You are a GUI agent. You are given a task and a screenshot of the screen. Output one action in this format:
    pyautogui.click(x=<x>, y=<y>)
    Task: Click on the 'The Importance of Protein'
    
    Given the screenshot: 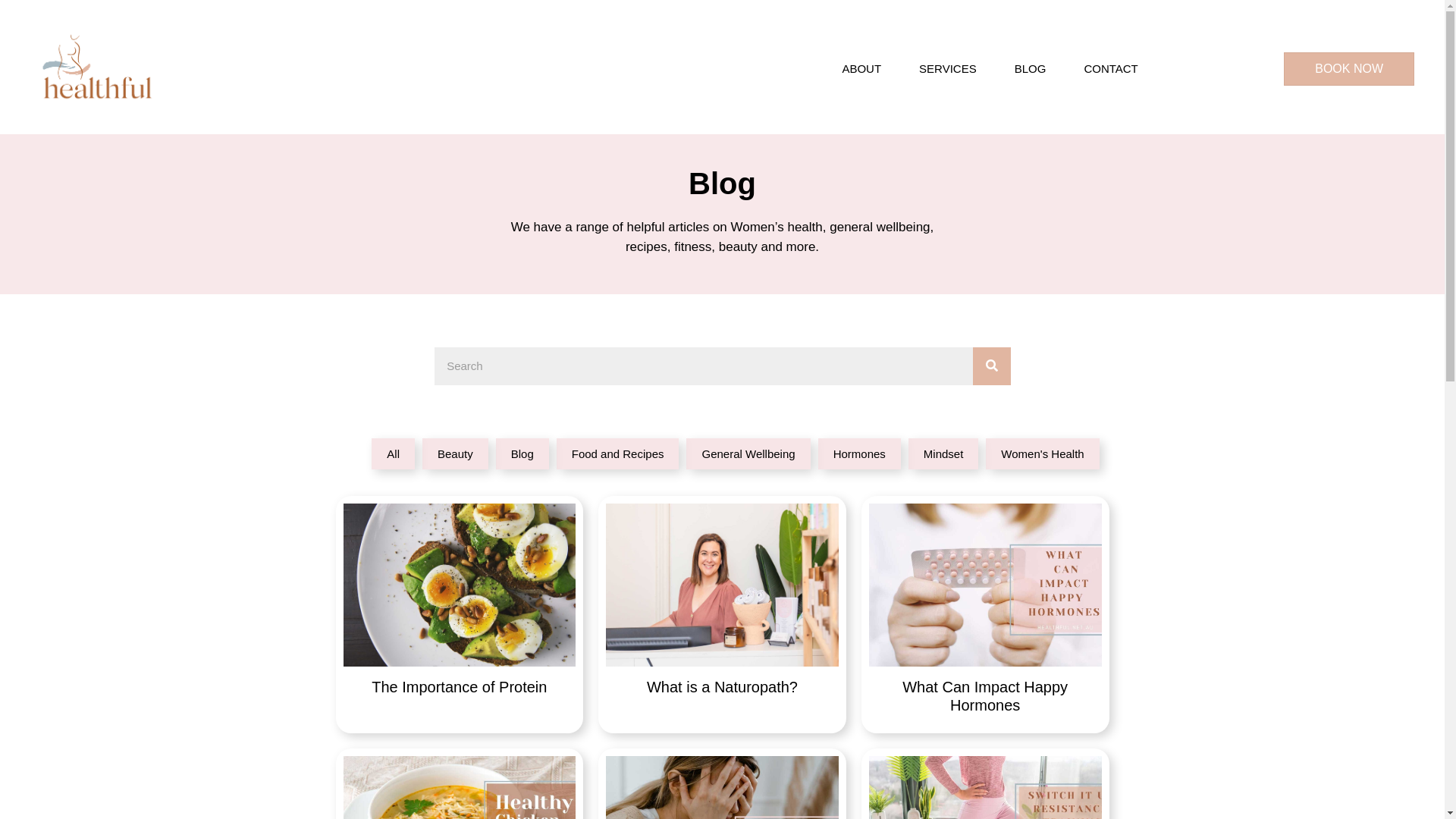 What is the action you would take?
    pyautogui.click(x=458, y=614)
    